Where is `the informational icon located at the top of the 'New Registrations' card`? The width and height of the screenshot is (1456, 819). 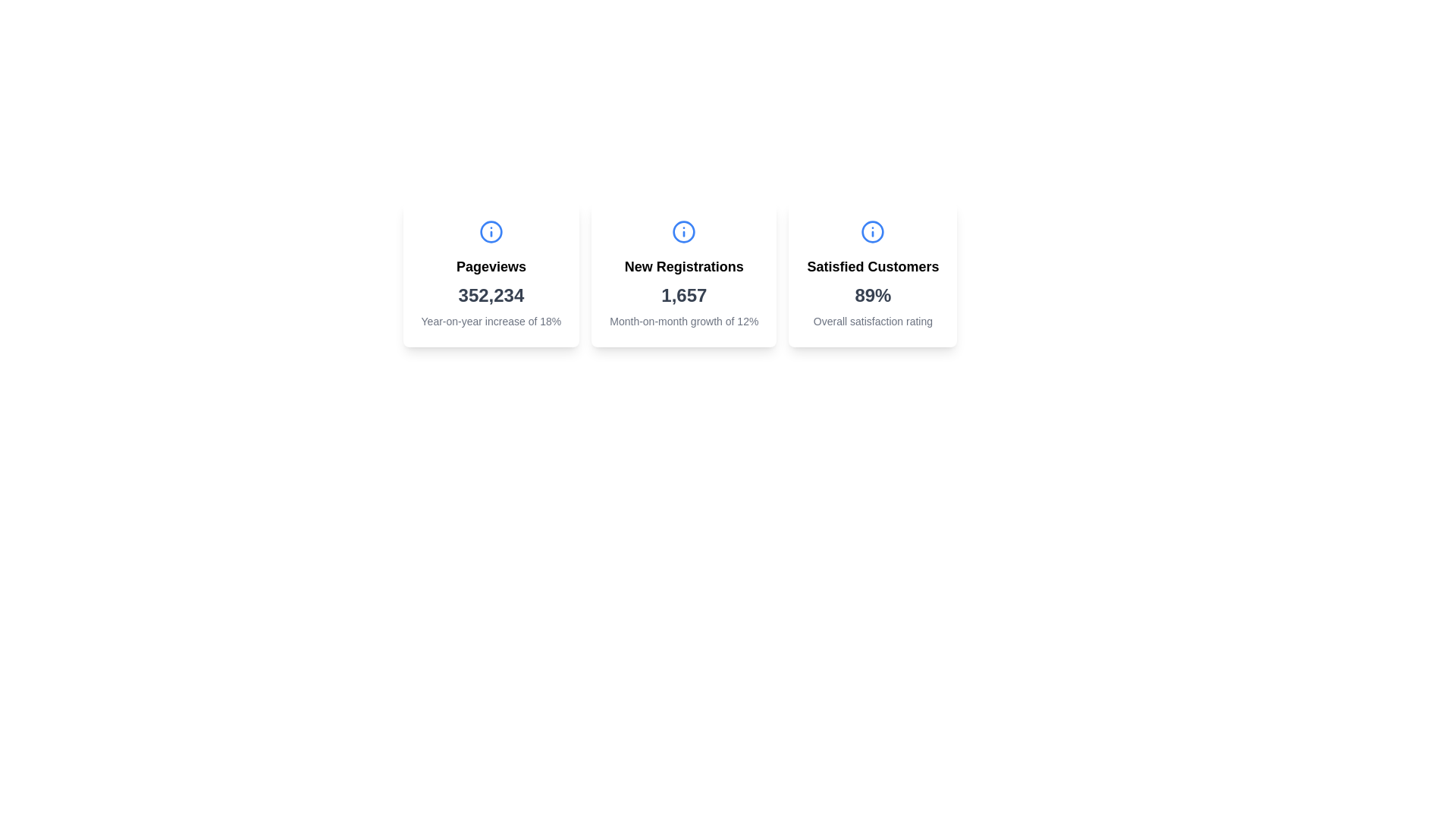 the informational icon located at the top of the 'New Registrations' card is located at coordinates (683, 231).